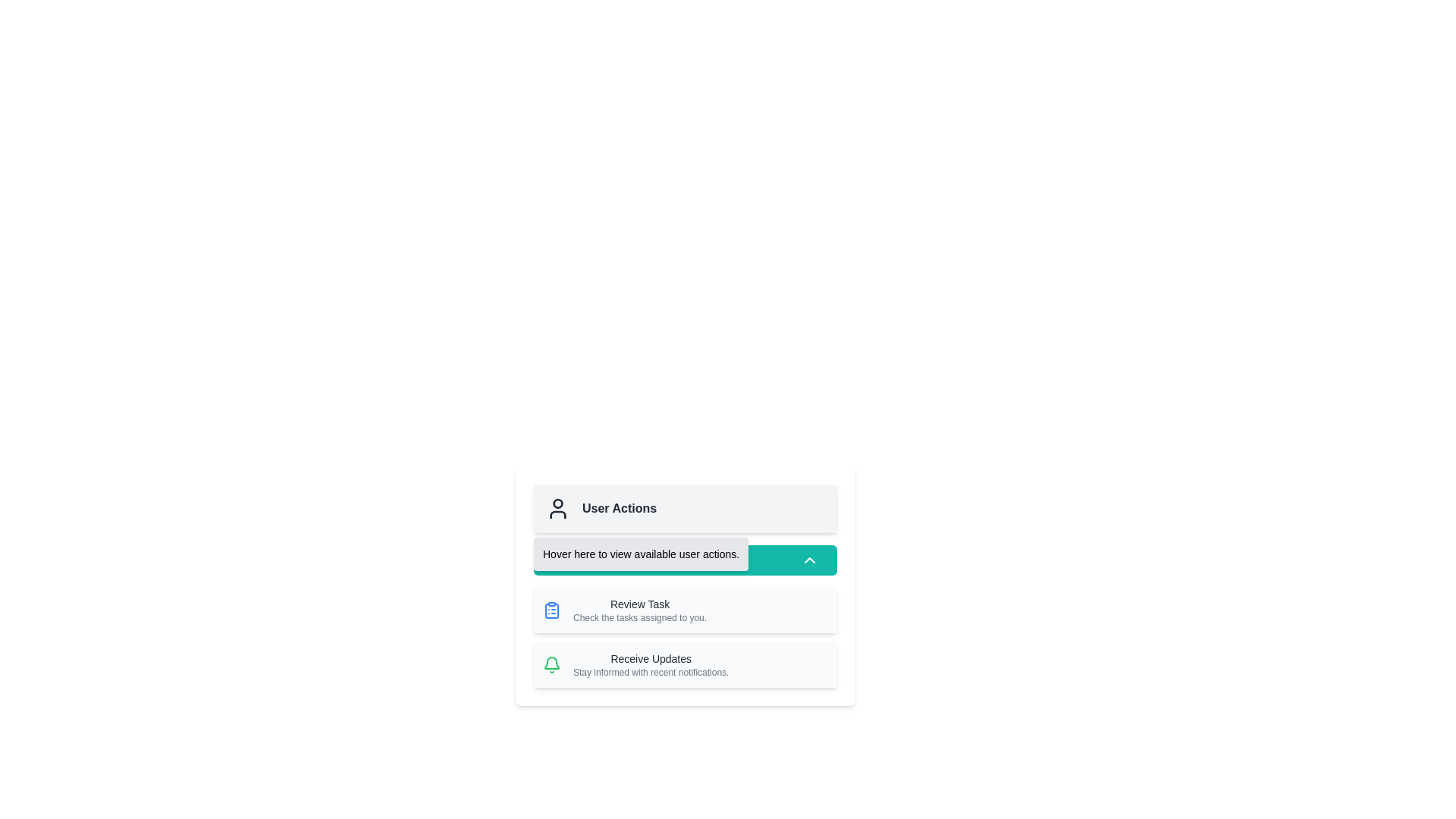 Image resolution: width=1456 pixels, height=819 pixels. What do you see at coordinates (651, 657) in the screenshot?
I see `the 'Receive Updates' text label located in the bottom section of the 'User Actions' menu` at bounding box center [651, 657].